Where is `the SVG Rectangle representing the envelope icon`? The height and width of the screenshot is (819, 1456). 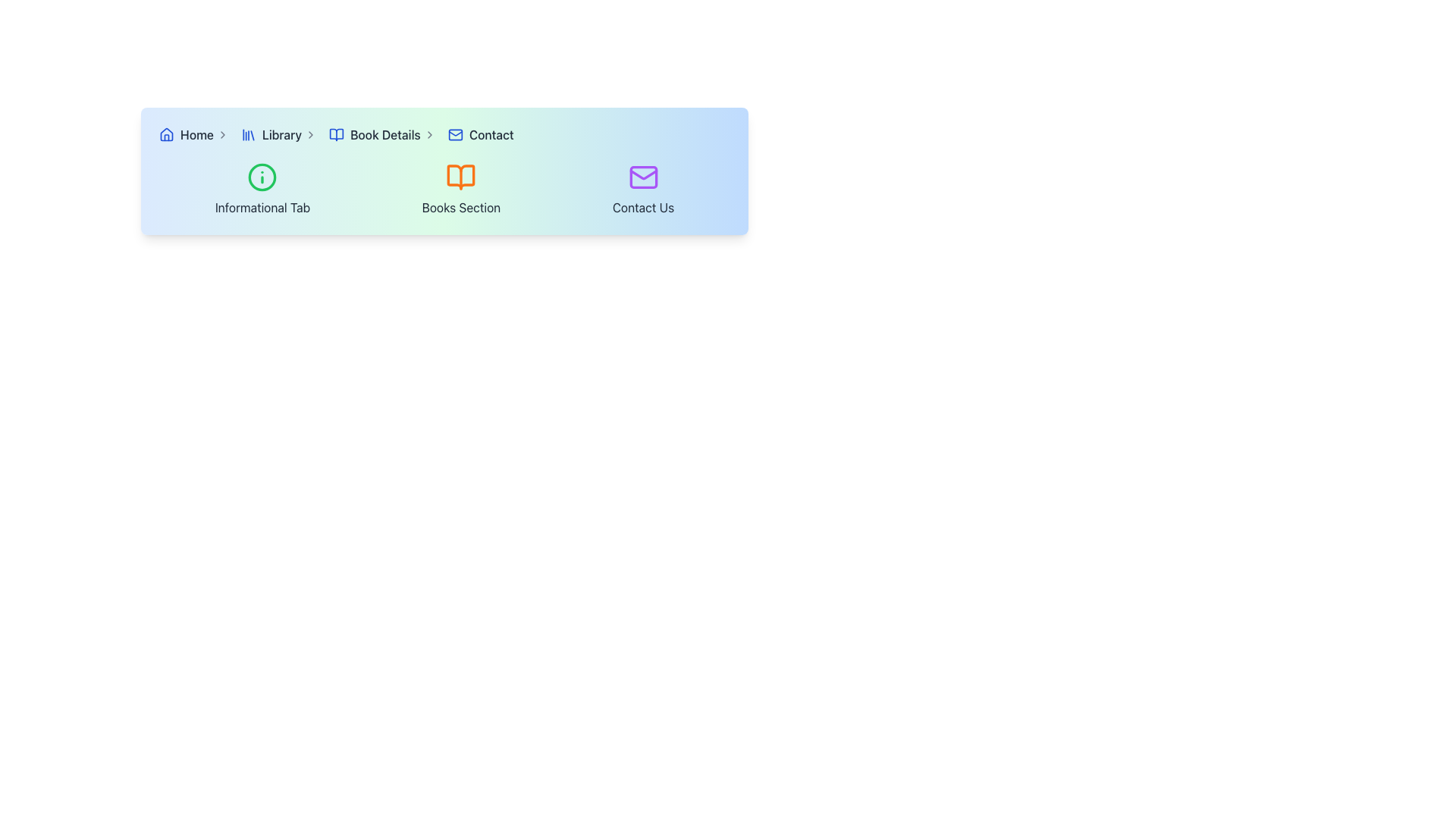 the SVG Rectangle representing the envelope icon is located at coordinates (643, 177).